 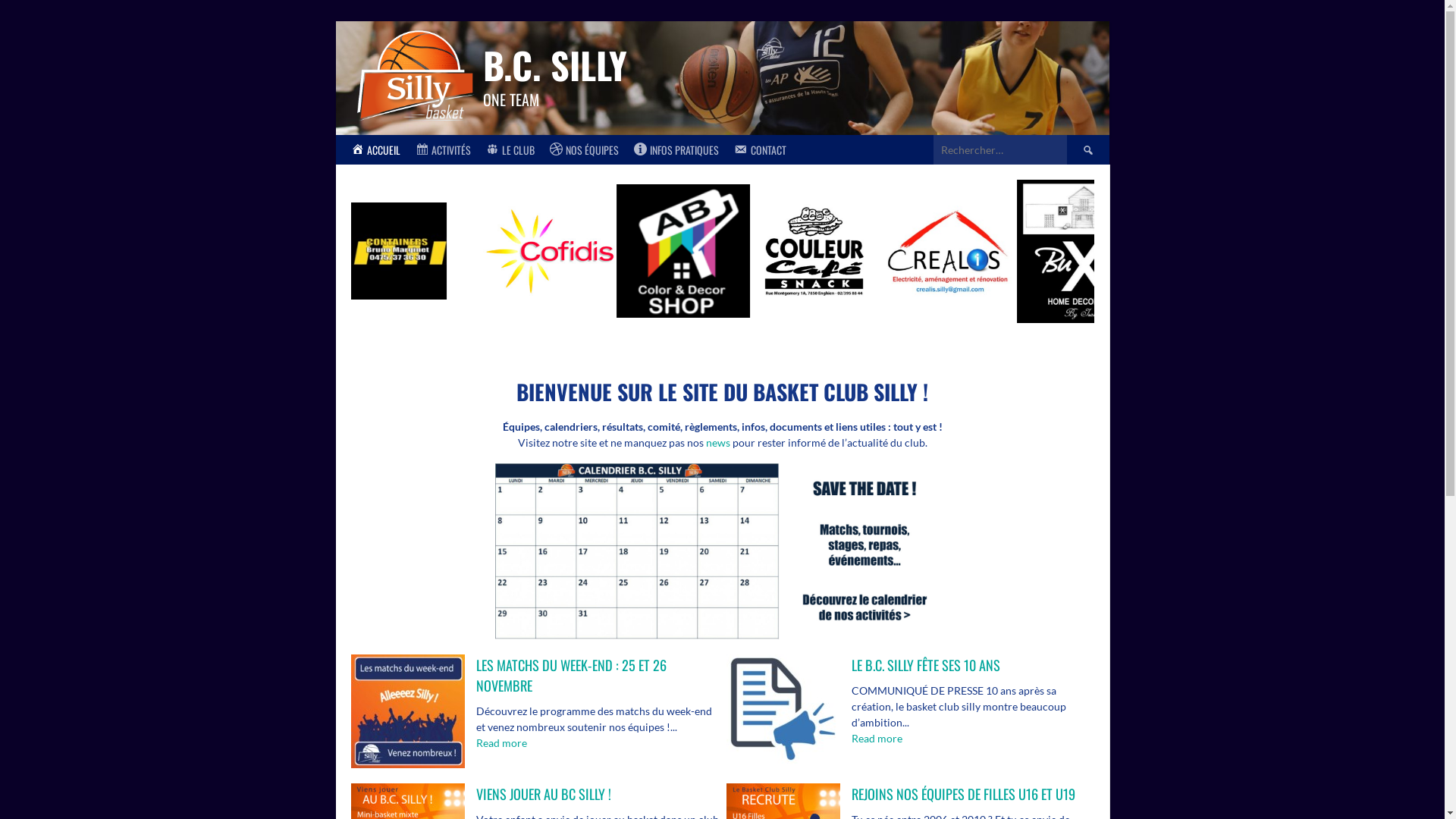 I want to click on 'VIENS JOUER AU BC SILLY !', so click(x=543, y=792).